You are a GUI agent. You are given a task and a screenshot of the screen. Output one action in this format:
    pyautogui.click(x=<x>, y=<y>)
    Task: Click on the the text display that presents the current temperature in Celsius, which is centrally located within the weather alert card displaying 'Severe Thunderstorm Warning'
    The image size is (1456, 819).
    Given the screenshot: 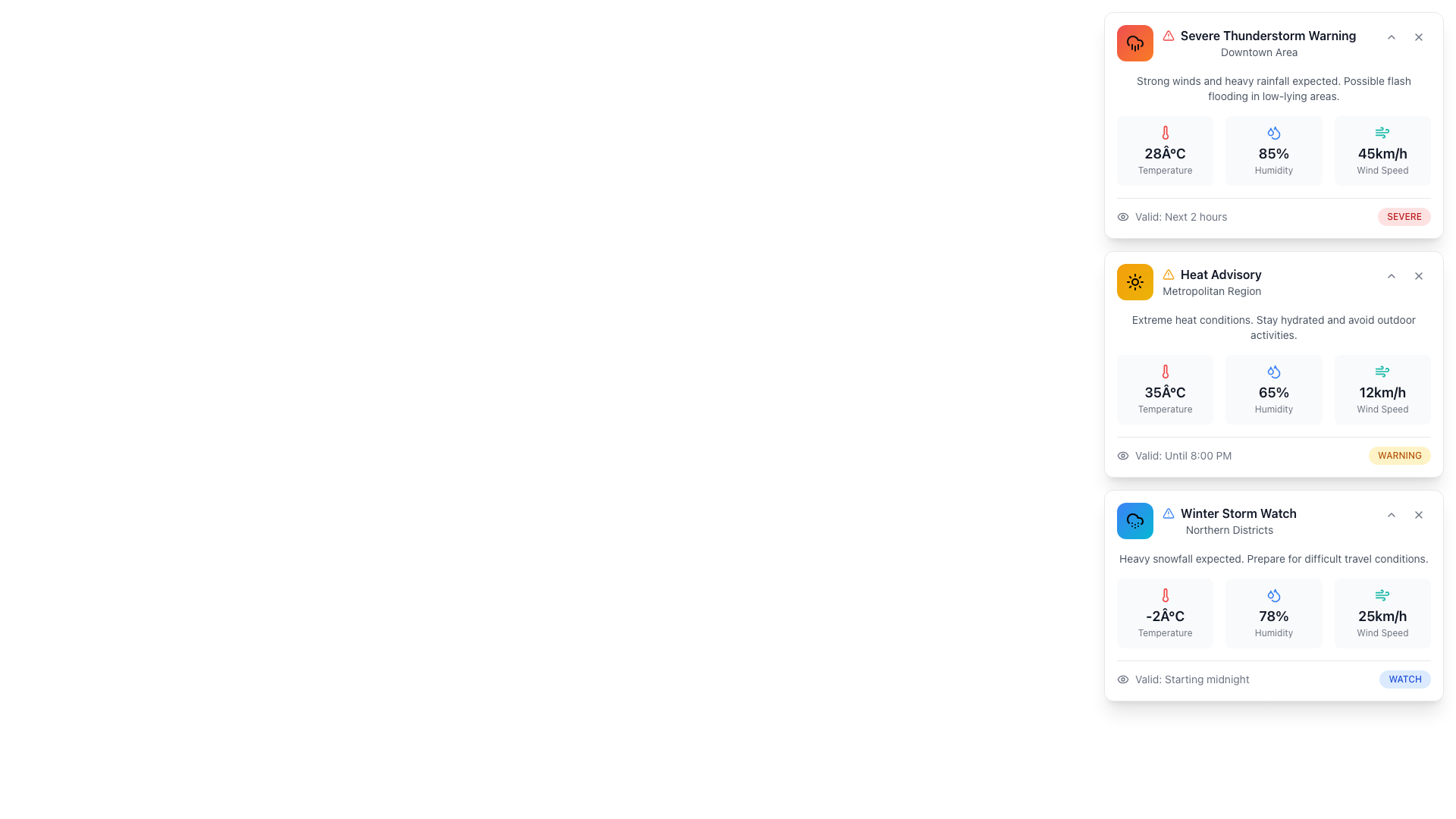 What is the action you would take?
    pyautogui.click(x=1164, y=154)
    